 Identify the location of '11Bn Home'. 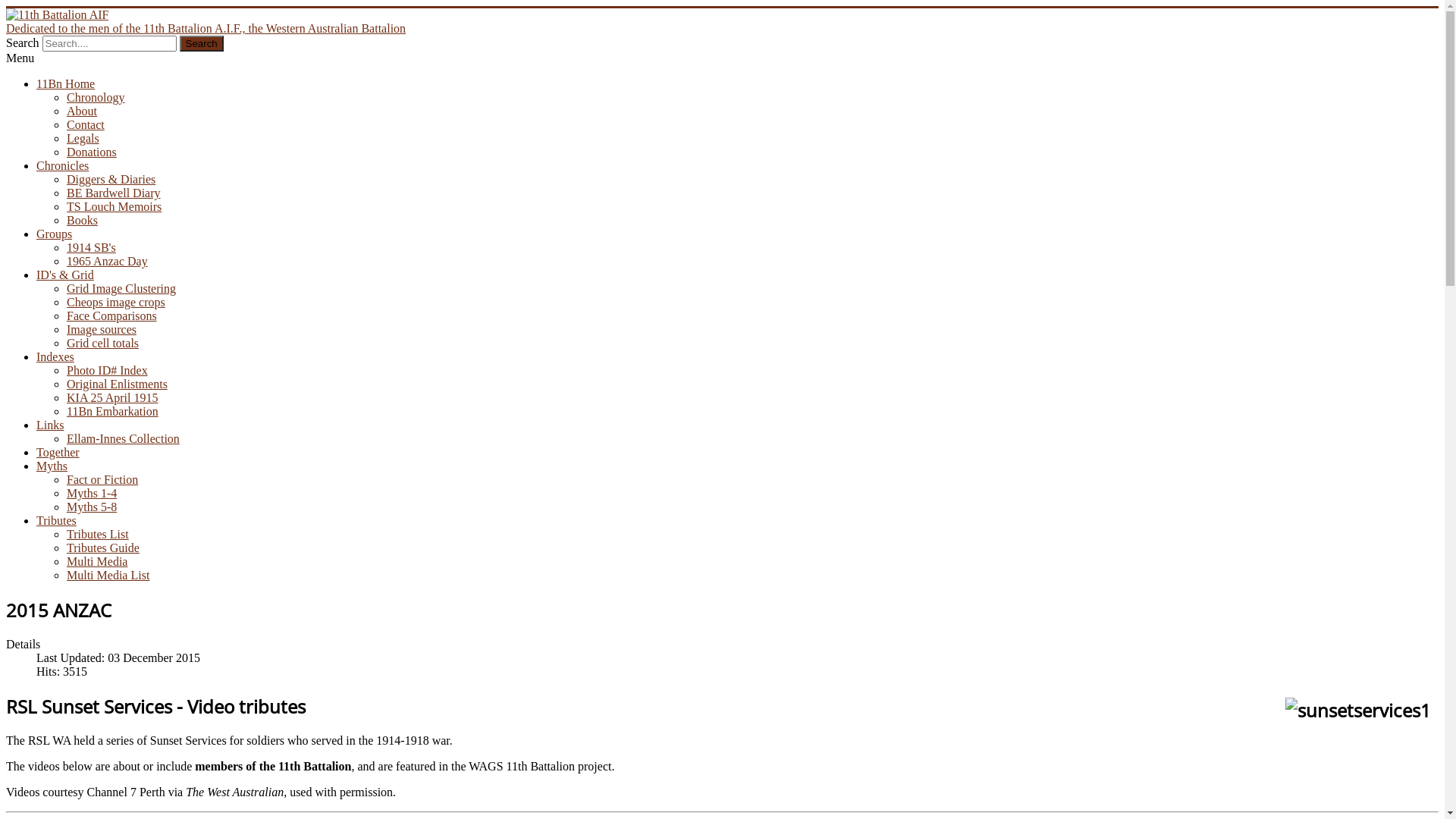
(64, 83).